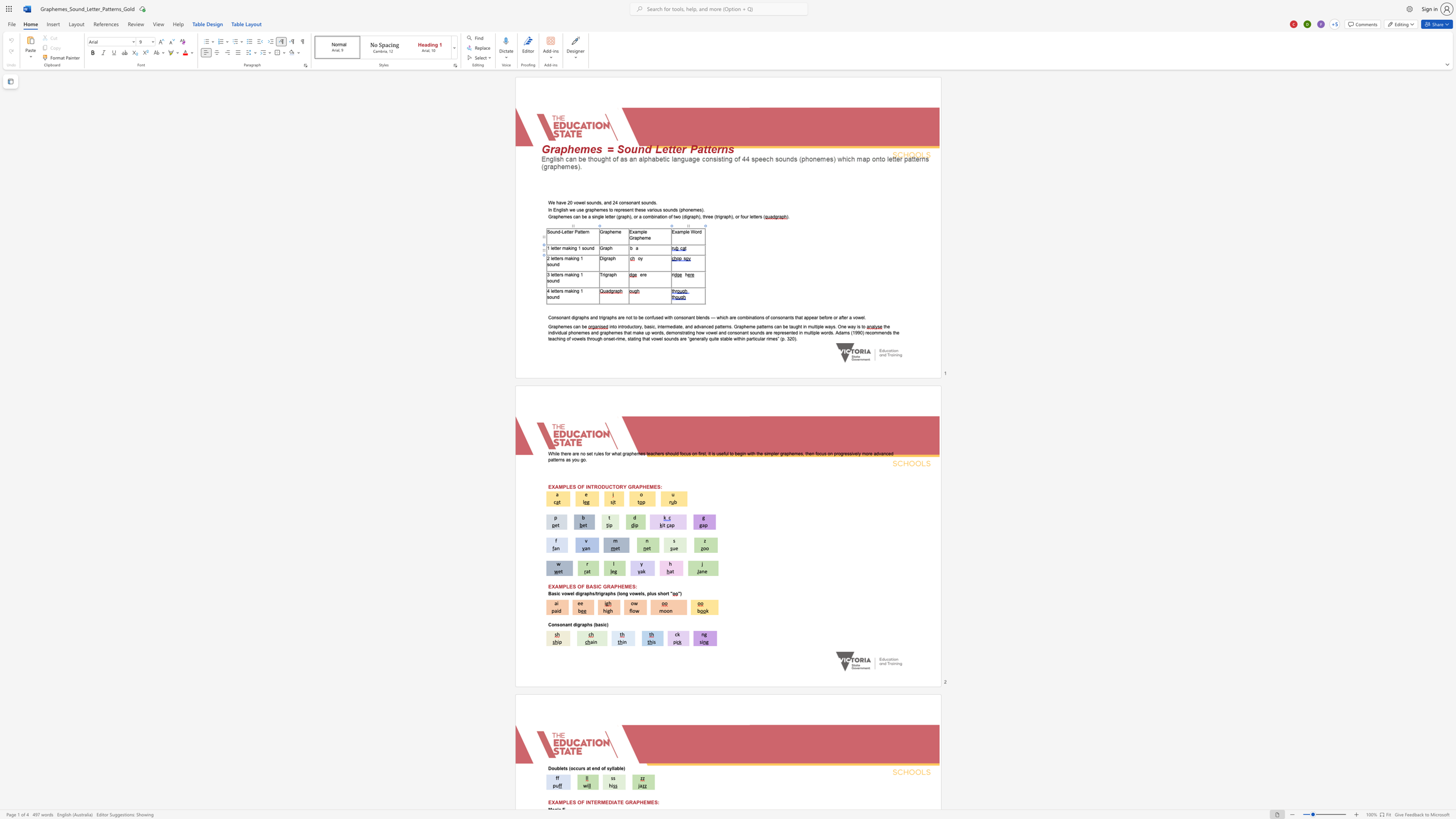 The width and height of the screenshot is (1456, 819). What do you see at coordinates (553, 258) in the screenshot?
I see `the 1th character "e" in the text` at bounding box center [553, 258].